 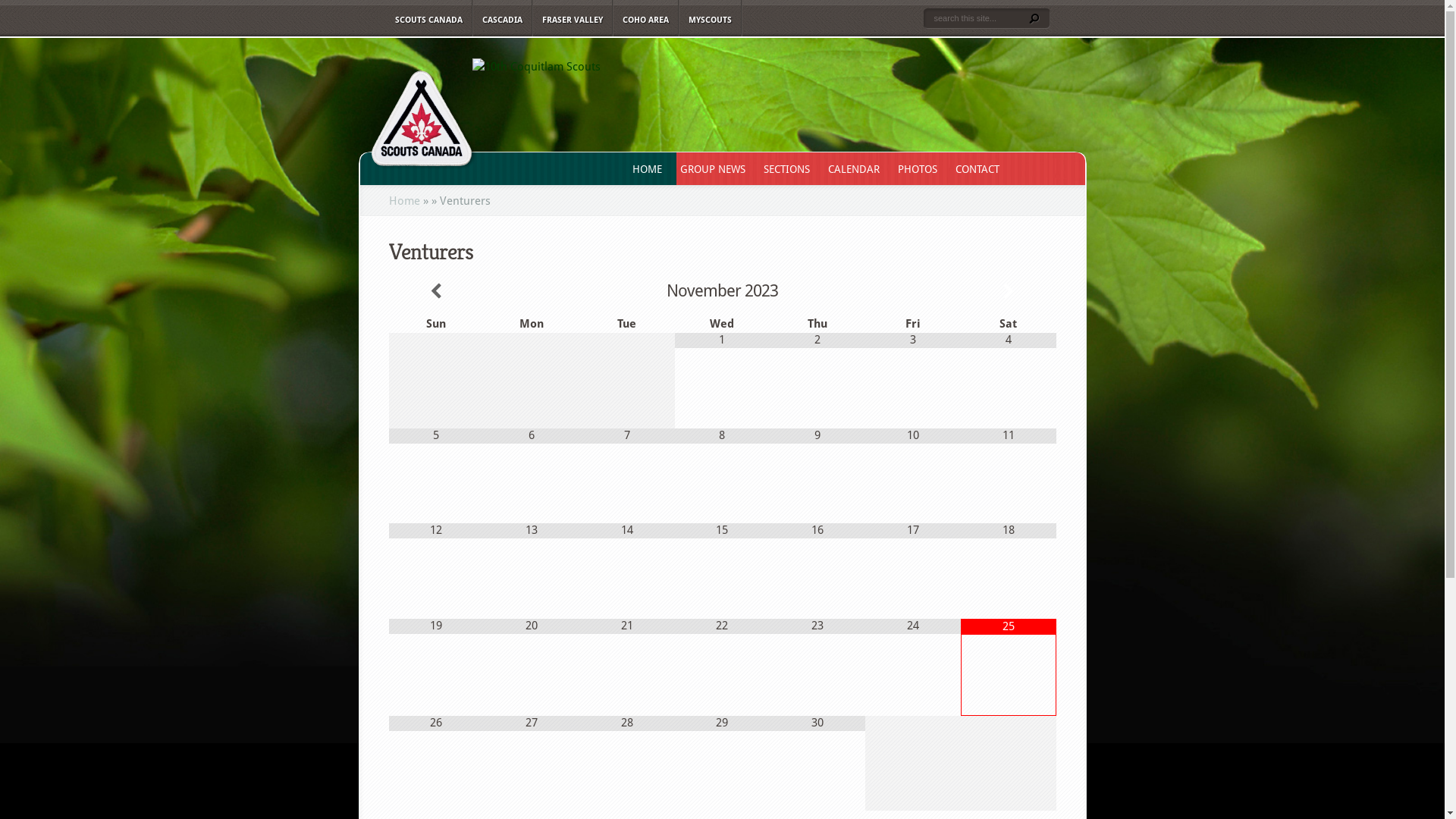 I want to click on 'HOME', so click(x=645, y=168).